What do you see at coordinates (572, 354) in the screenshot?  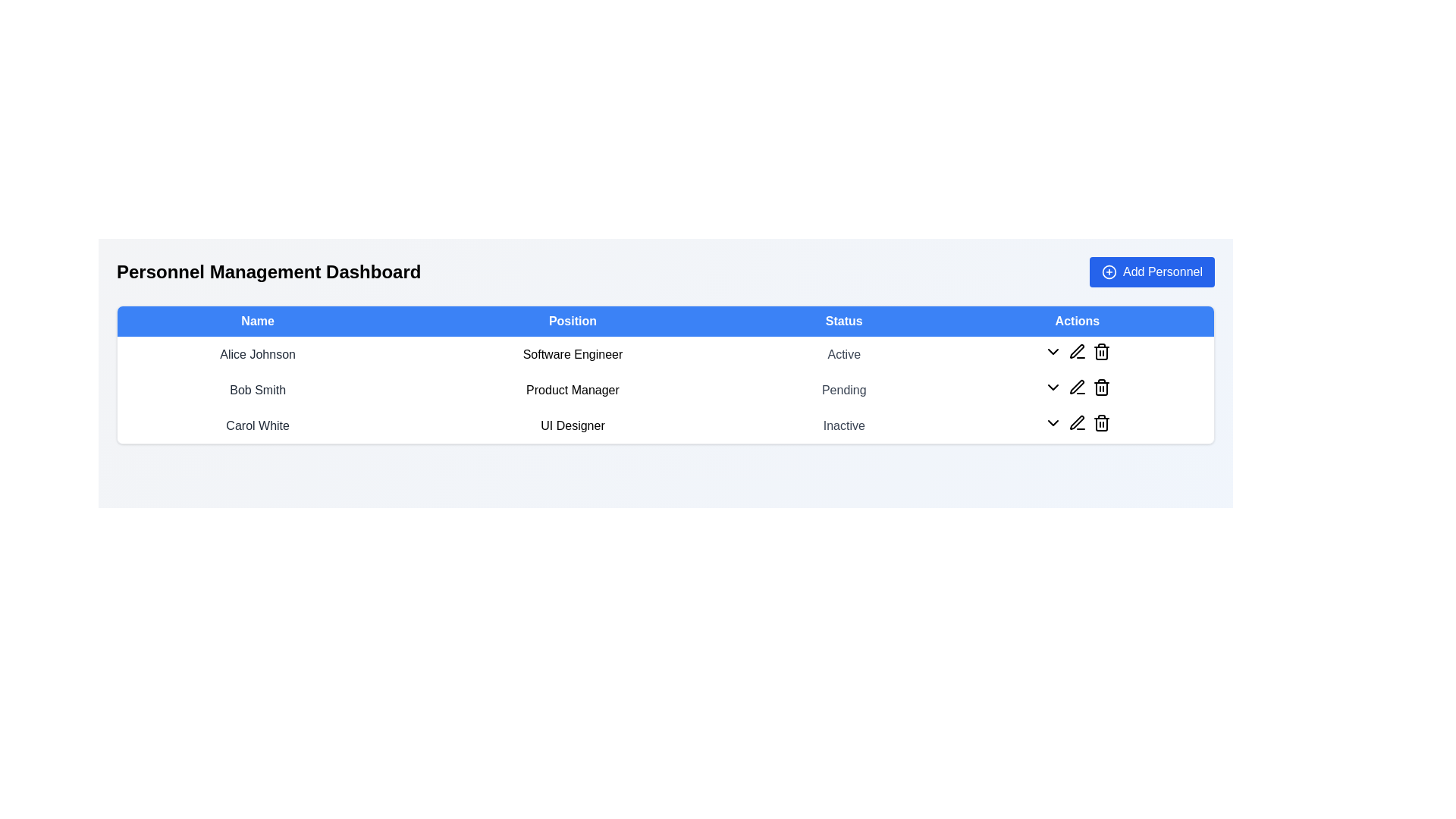 I see `the Text Display element that shows the job position for the person listed in the first row of the table under the 'Position' header, adjacent to 'Alice Johnson' on the left and 'Active' on the right` at bounding box center [572, 354].